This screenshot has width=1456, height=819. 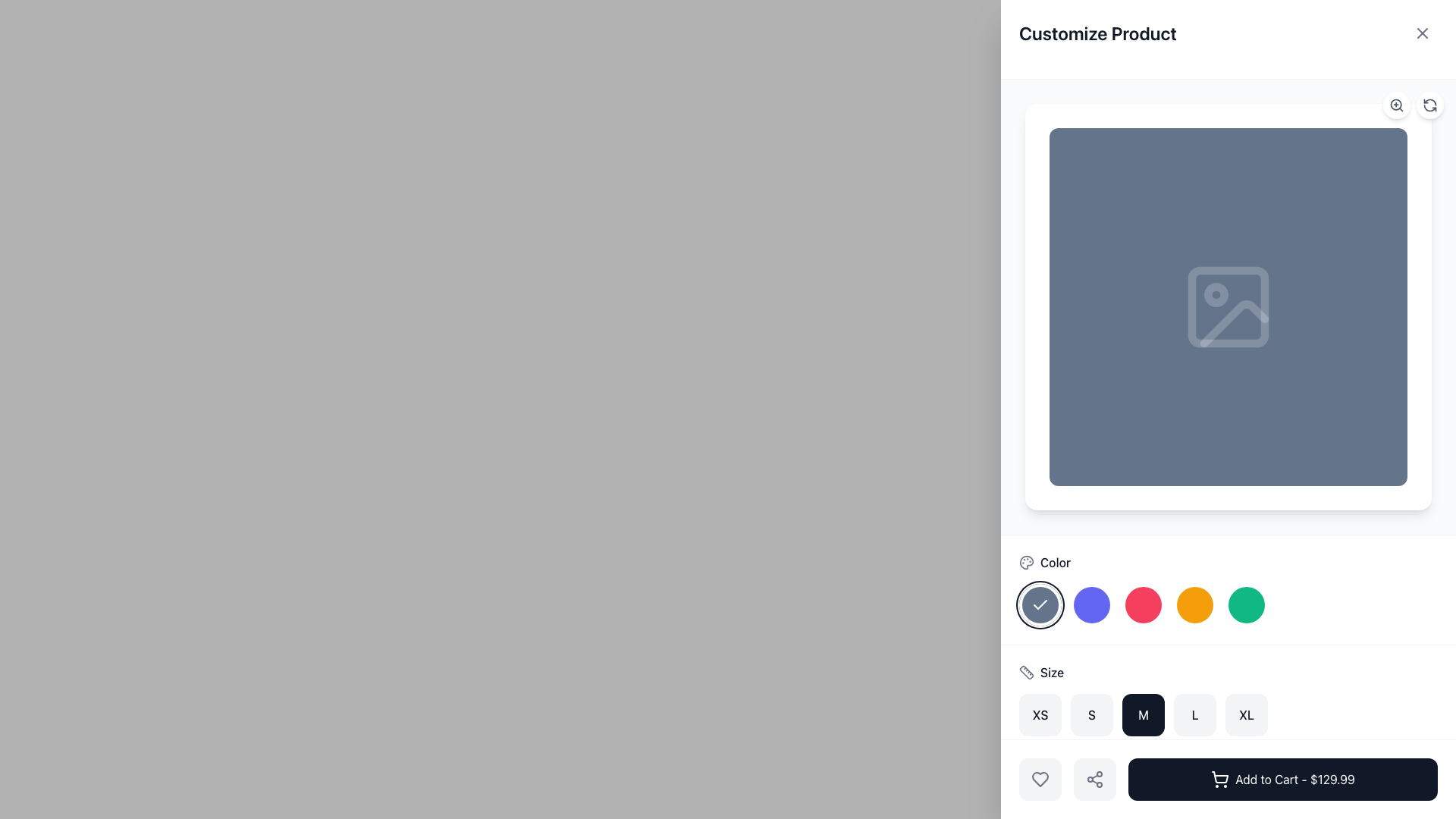 I want to click on the fourth circular interactive button in the 'Color' section, so click(x=1194, y=604).